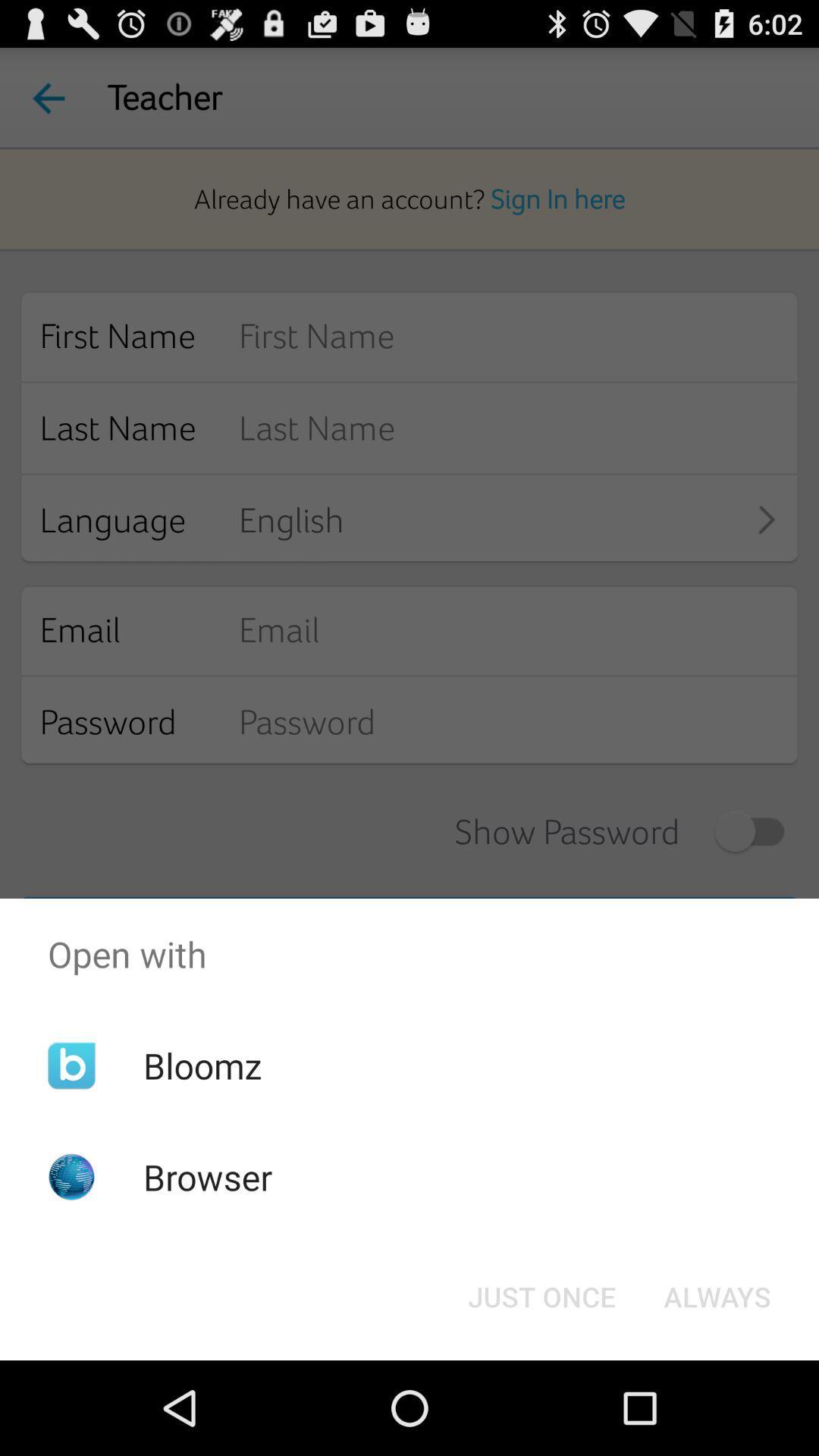  What do you see at coordinates (541, 1295) in the screenshot?
I see `button to the left of always item` at bounding box center [541, 1295].